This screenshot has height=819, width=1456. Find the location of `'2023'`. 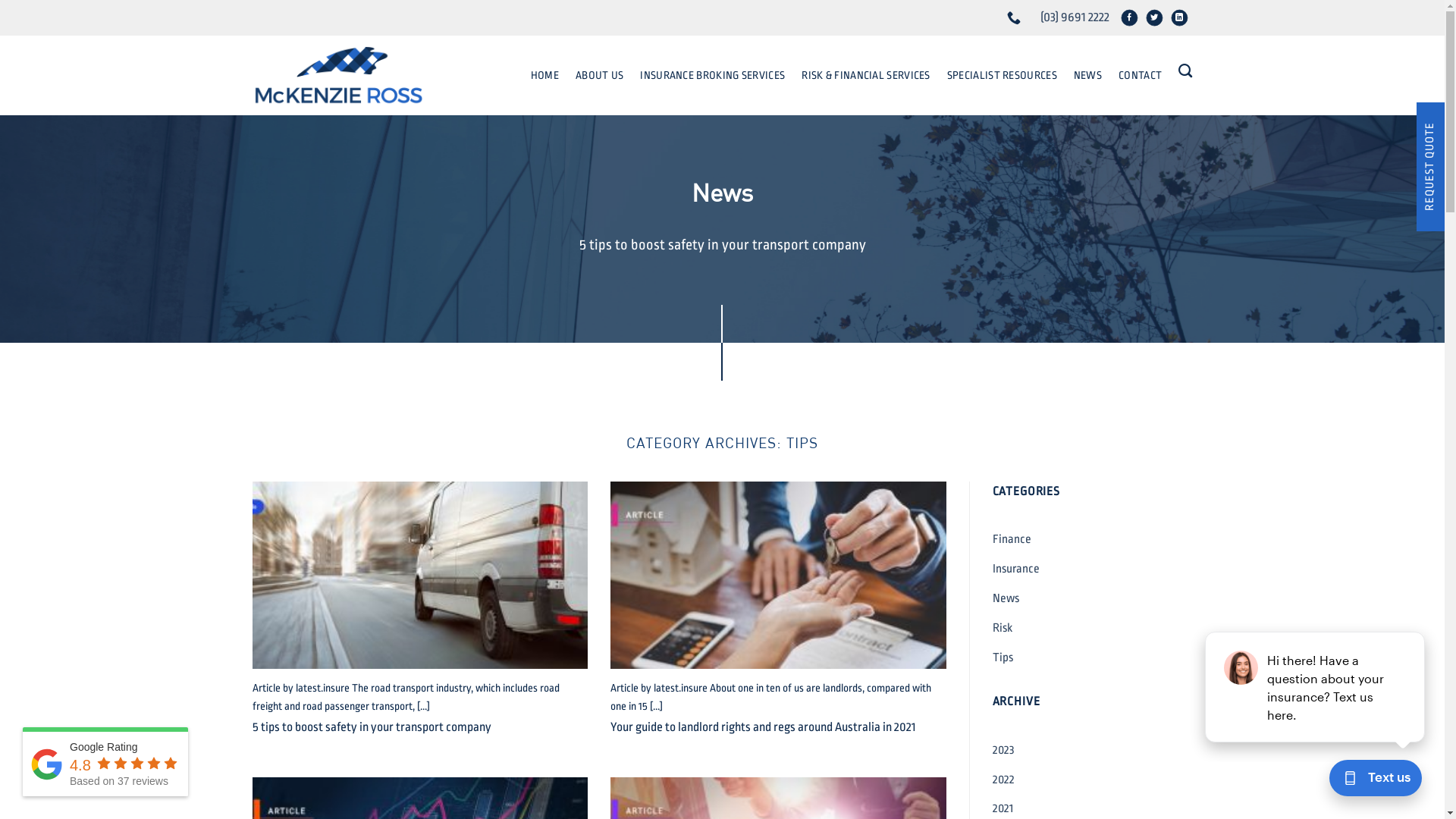

'2023' is located at coordinates (1003, 749).